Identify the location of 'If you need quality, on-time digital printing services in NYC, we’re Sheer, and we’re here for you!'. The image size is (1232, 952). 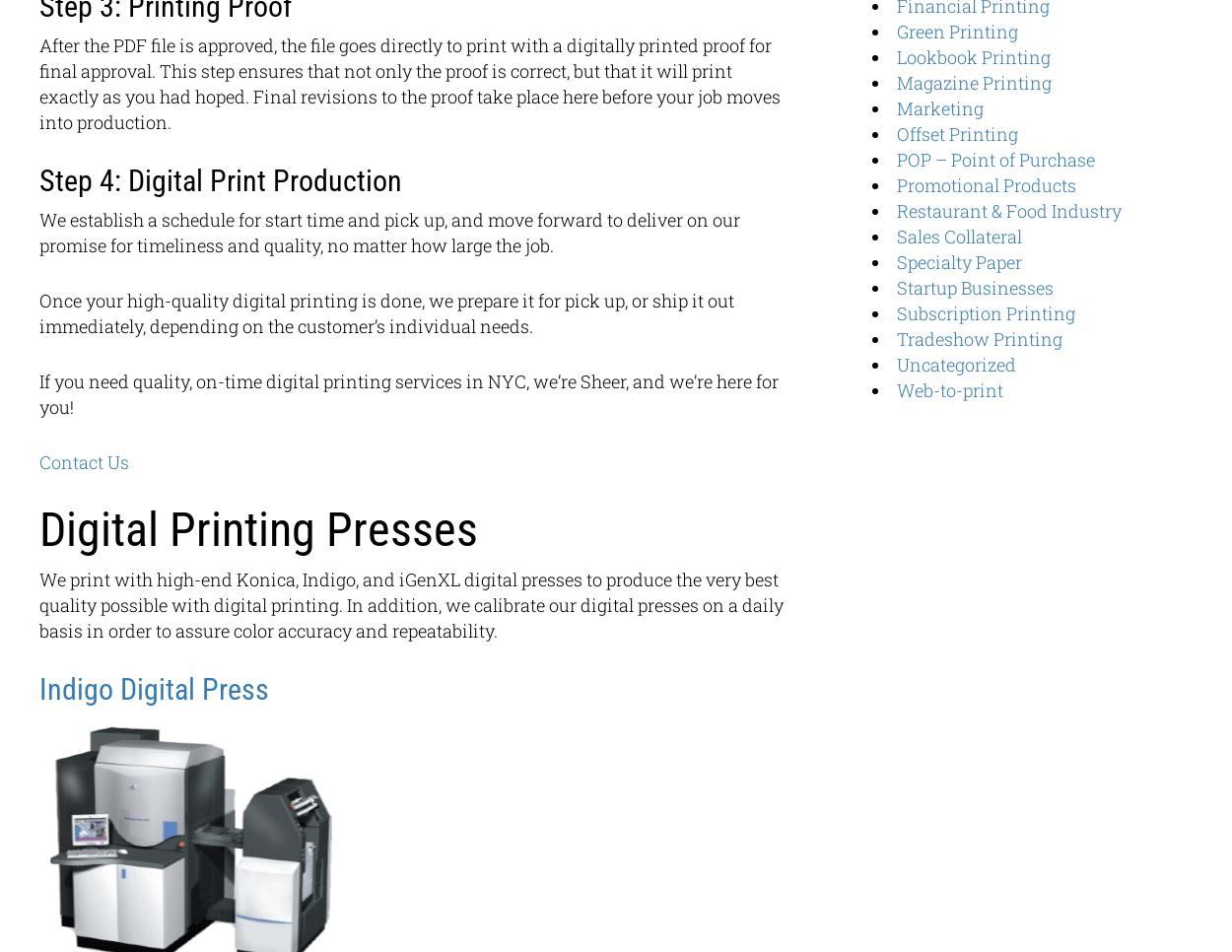
(409, 394).